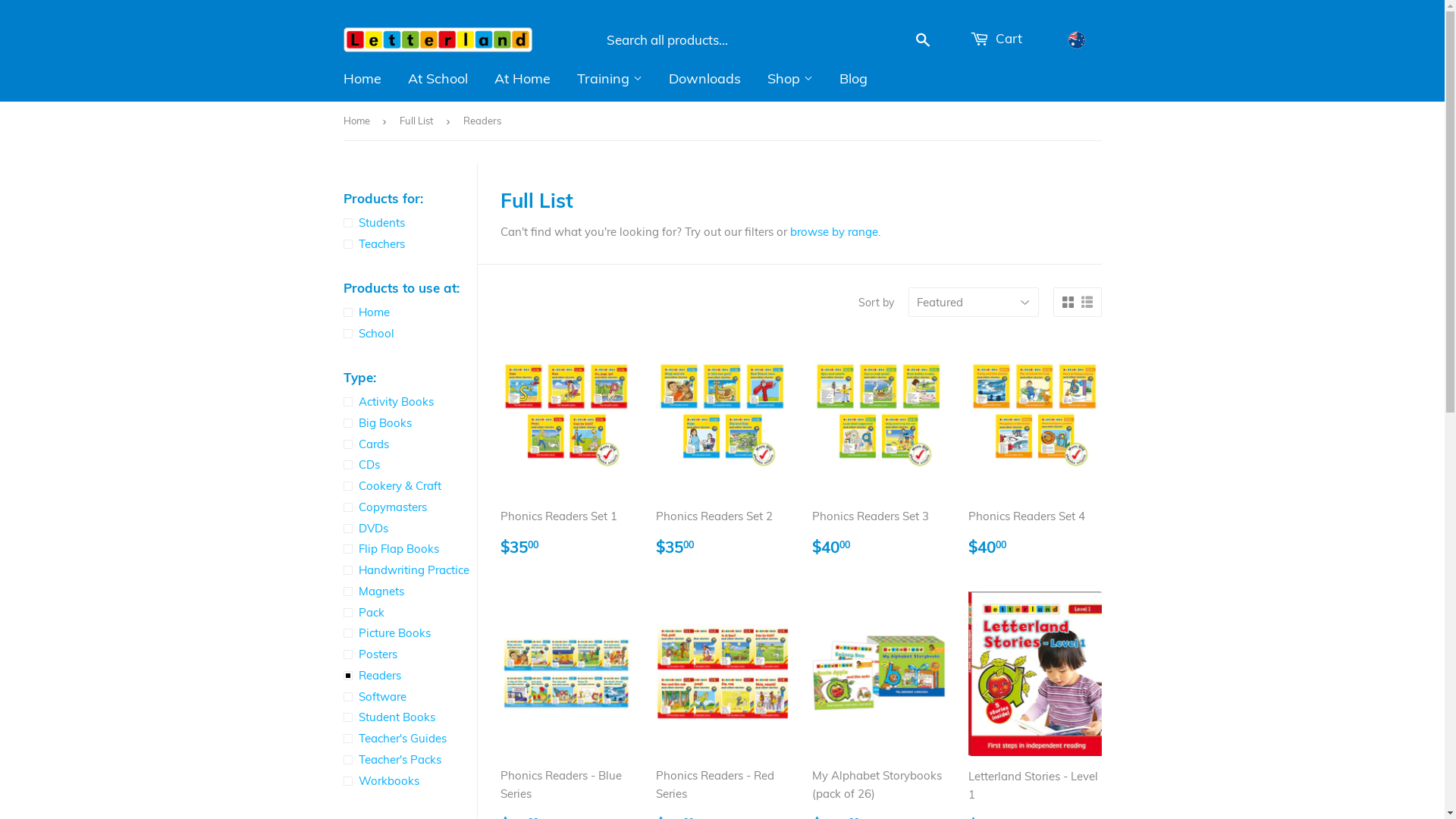  I want to click on 'Handwriting Practice', so click(409, 570).